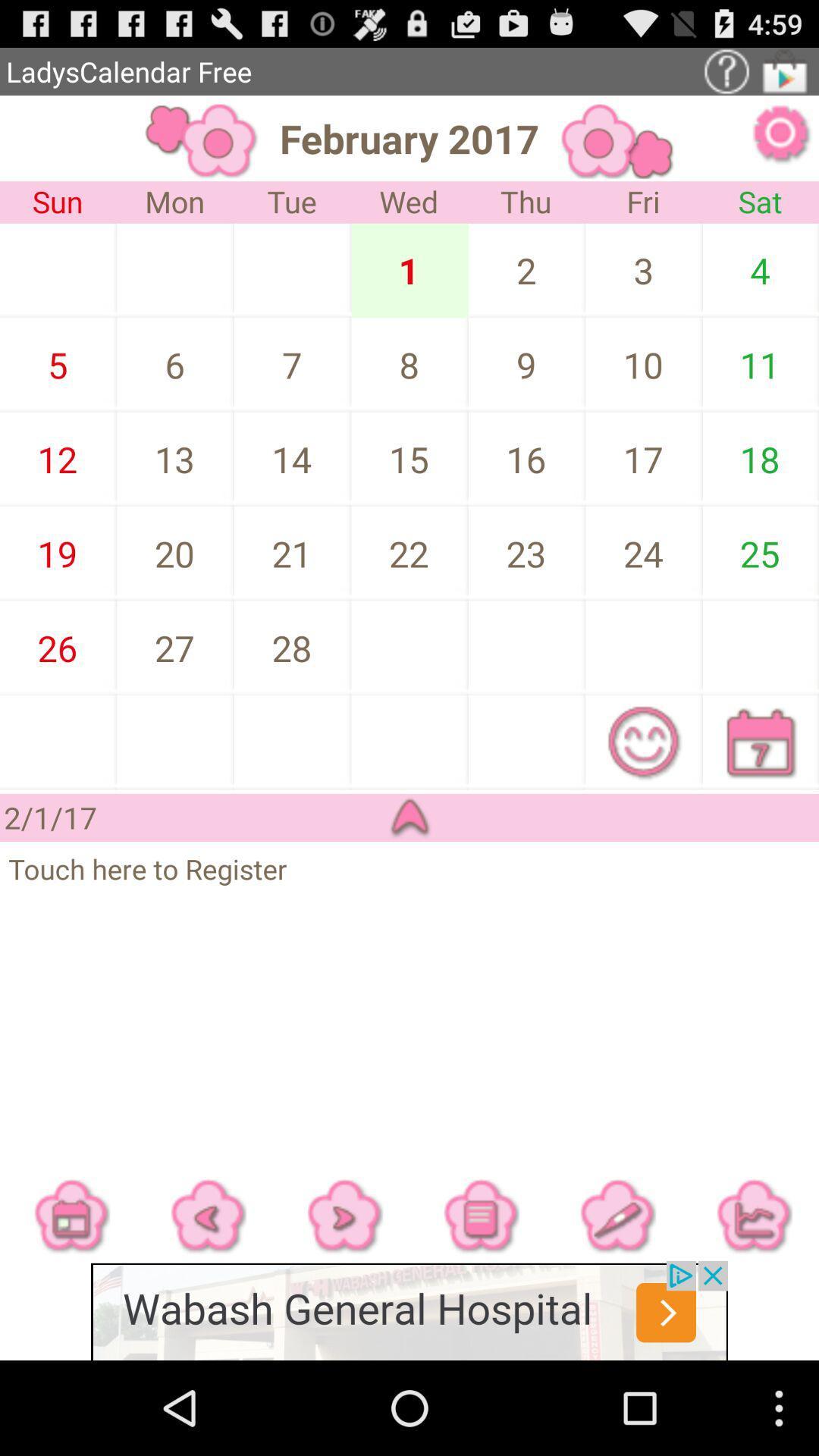 The width and height of the screenshot is (819, 1456). Describe the element at coordinates (726, 76) in the screenshot. I see `the help icon` at that location.